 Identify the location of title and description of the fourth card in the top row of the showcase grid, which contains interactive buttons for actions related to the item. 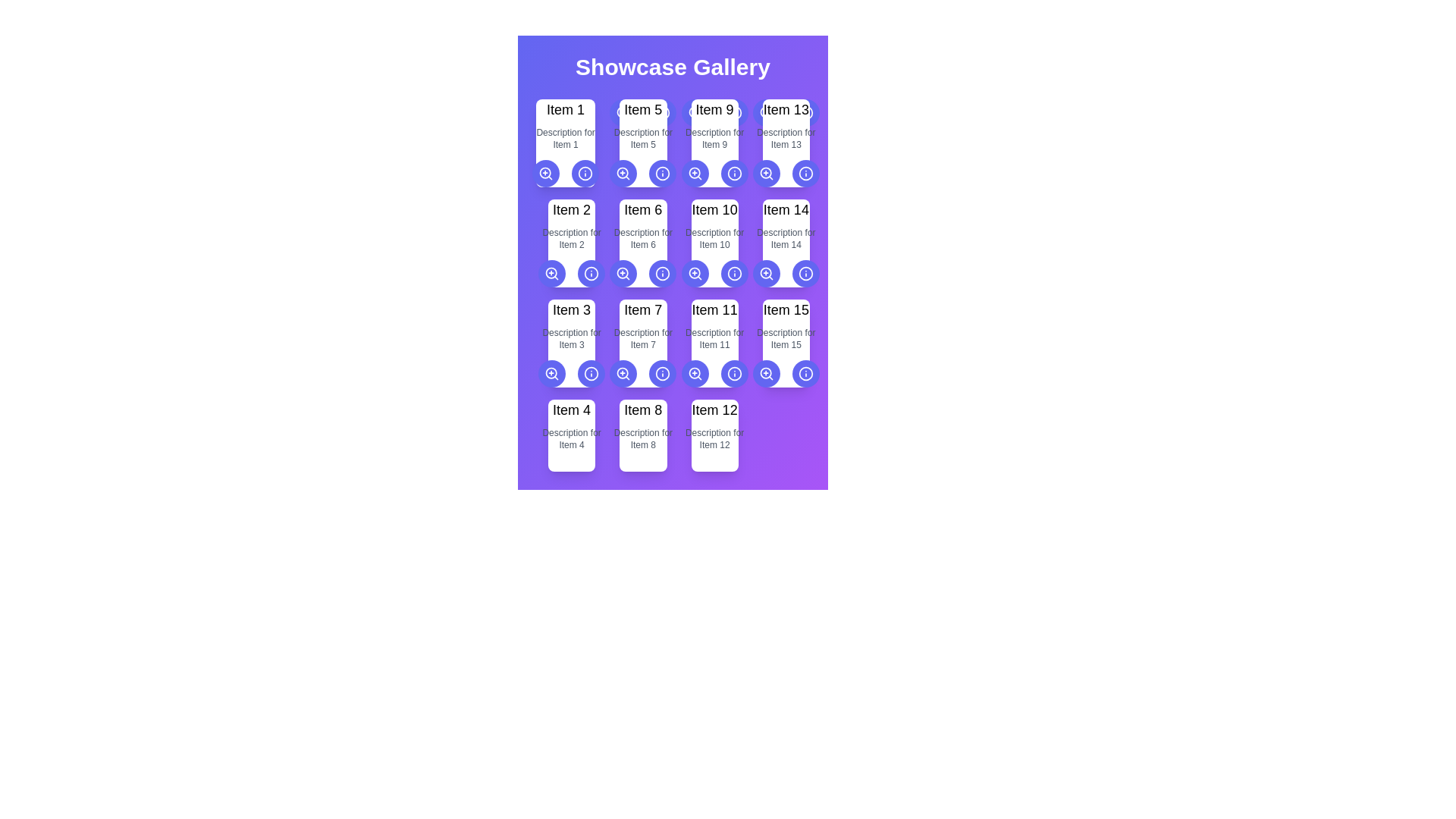
(786, 143).